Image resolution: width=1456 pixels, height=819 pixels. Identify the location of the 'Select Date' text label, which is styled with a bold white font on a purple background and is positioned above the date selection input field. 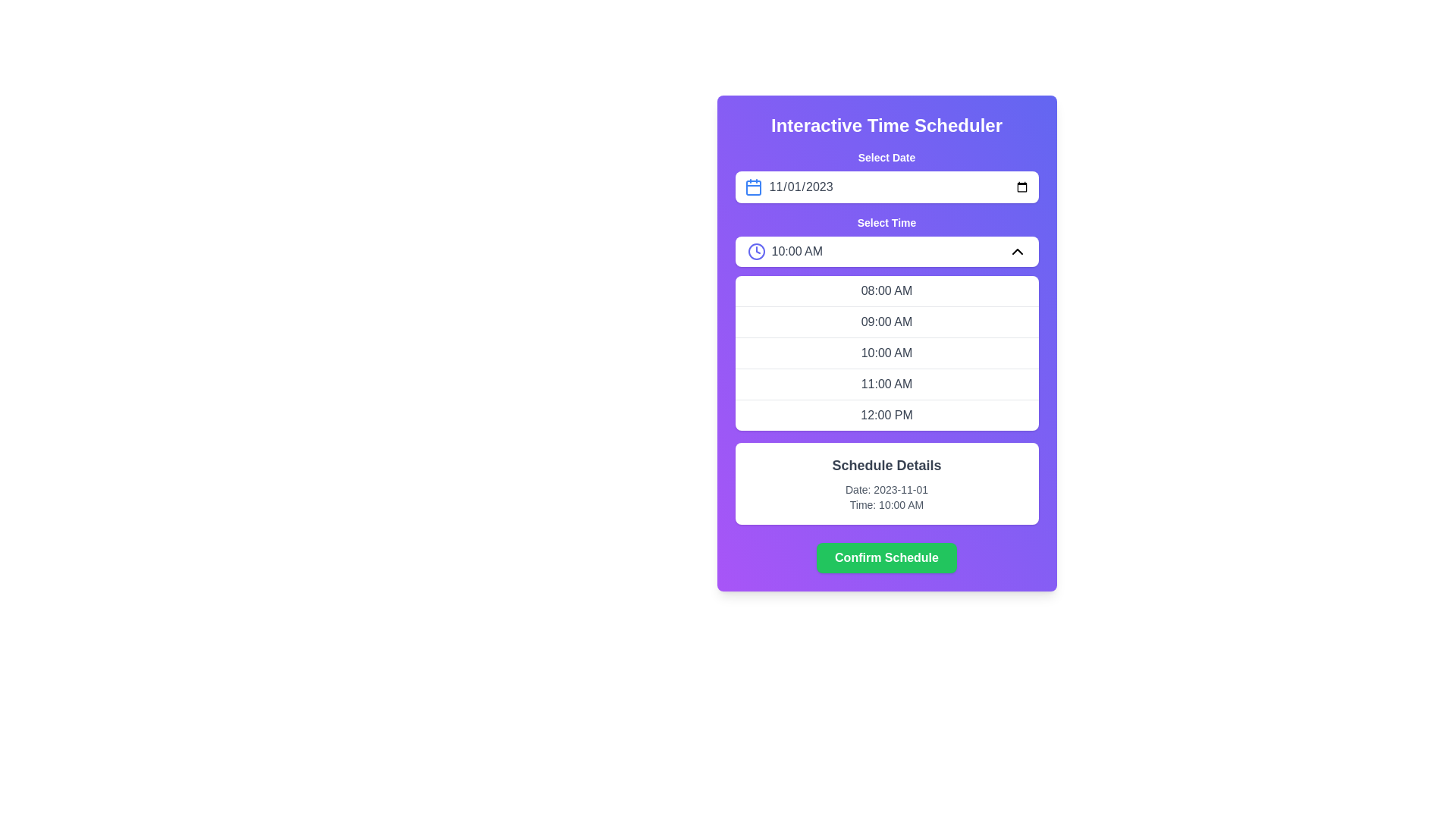
(886, 158).